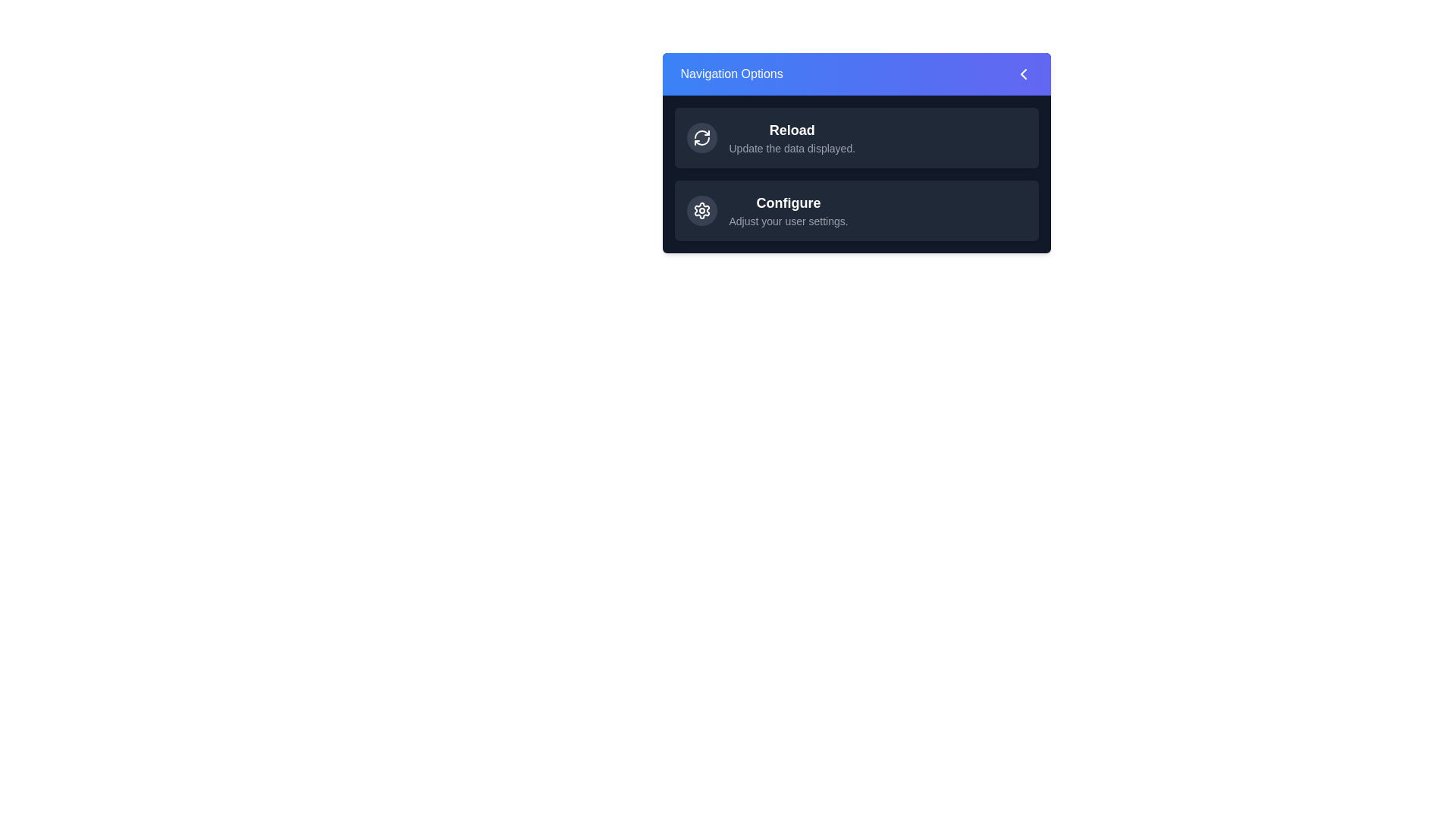 Image resolution: width=1456 pixels, height=819 pixels. I want to click on the 'Reload' option in the navigation panel, so click(791, 130).